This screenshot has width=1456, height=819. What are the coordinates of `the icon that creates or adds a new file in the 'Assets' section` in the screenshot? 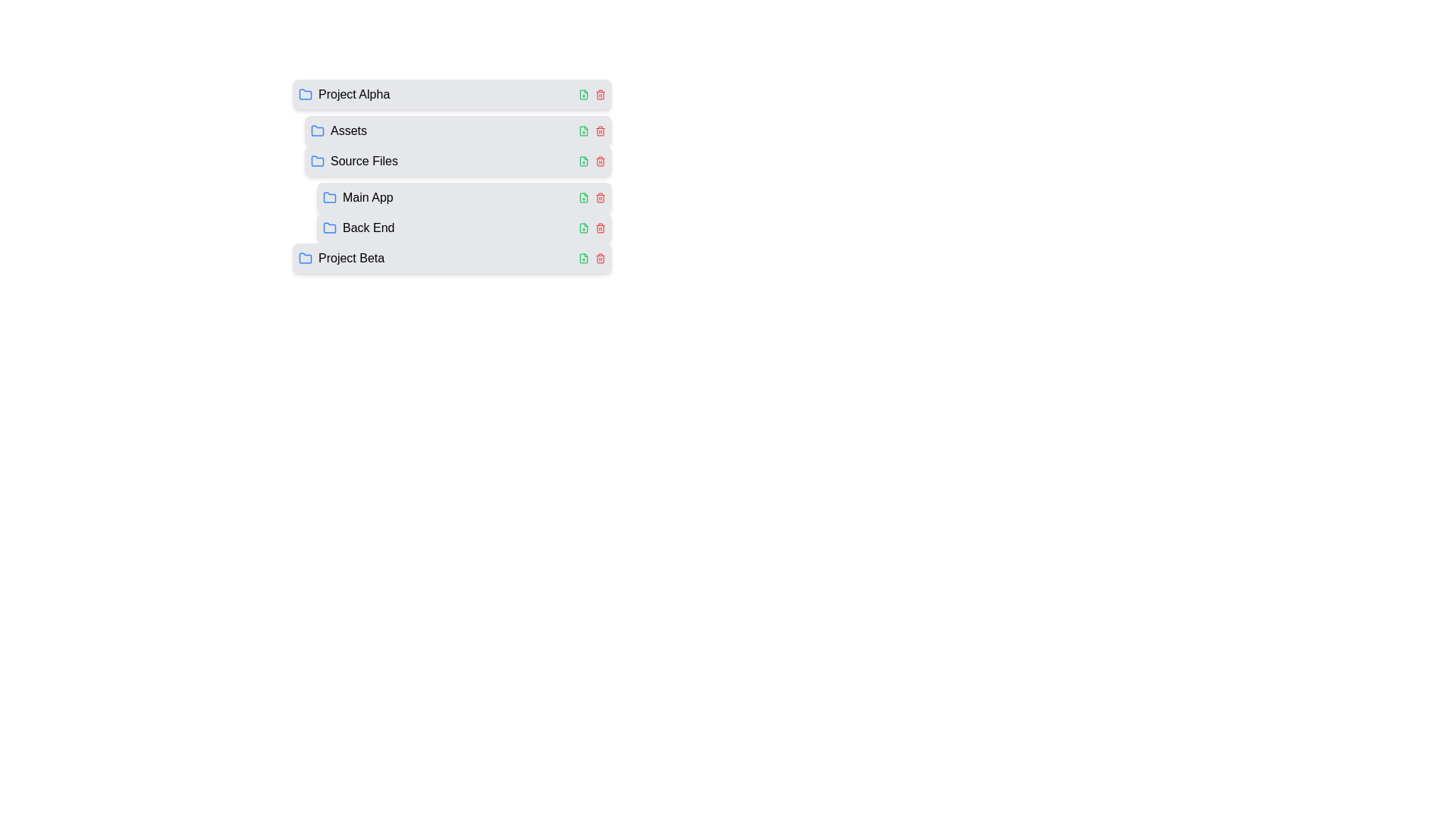 It's located at (582, 130).